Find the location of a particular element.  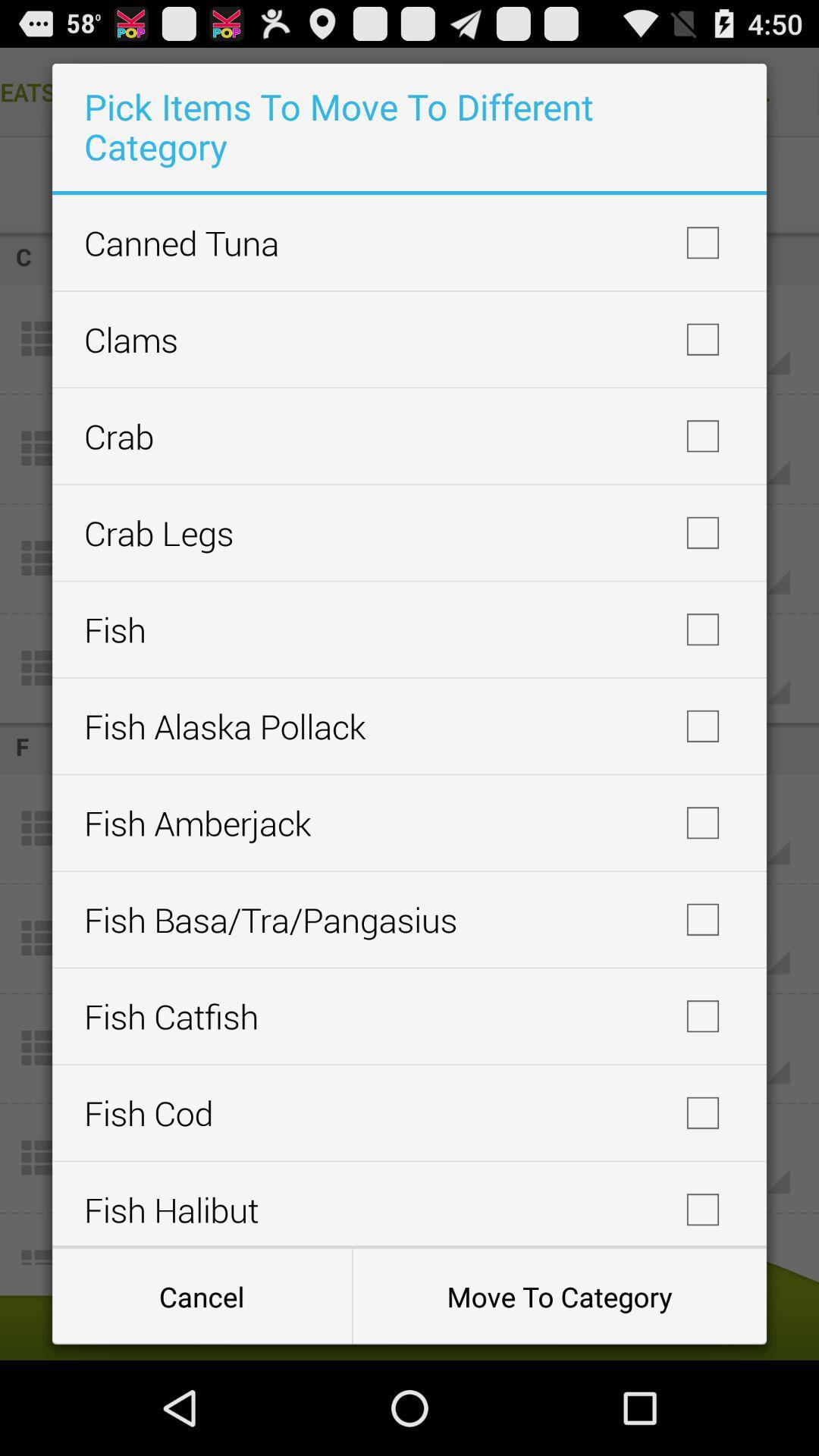

icon next to move to category is located at coordinates (201, 1295).